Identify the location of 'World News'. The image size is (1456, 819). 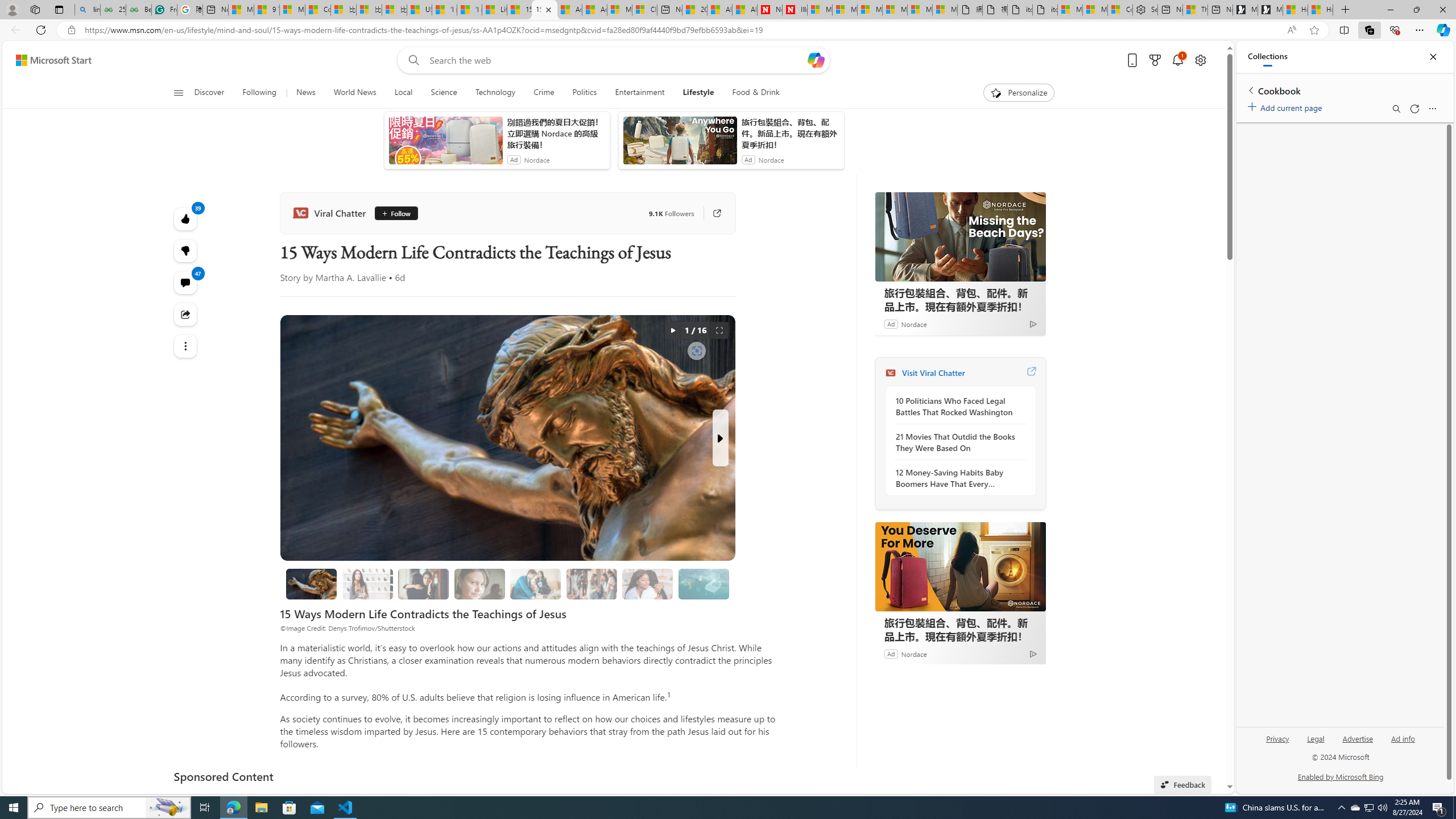
(354, 92).